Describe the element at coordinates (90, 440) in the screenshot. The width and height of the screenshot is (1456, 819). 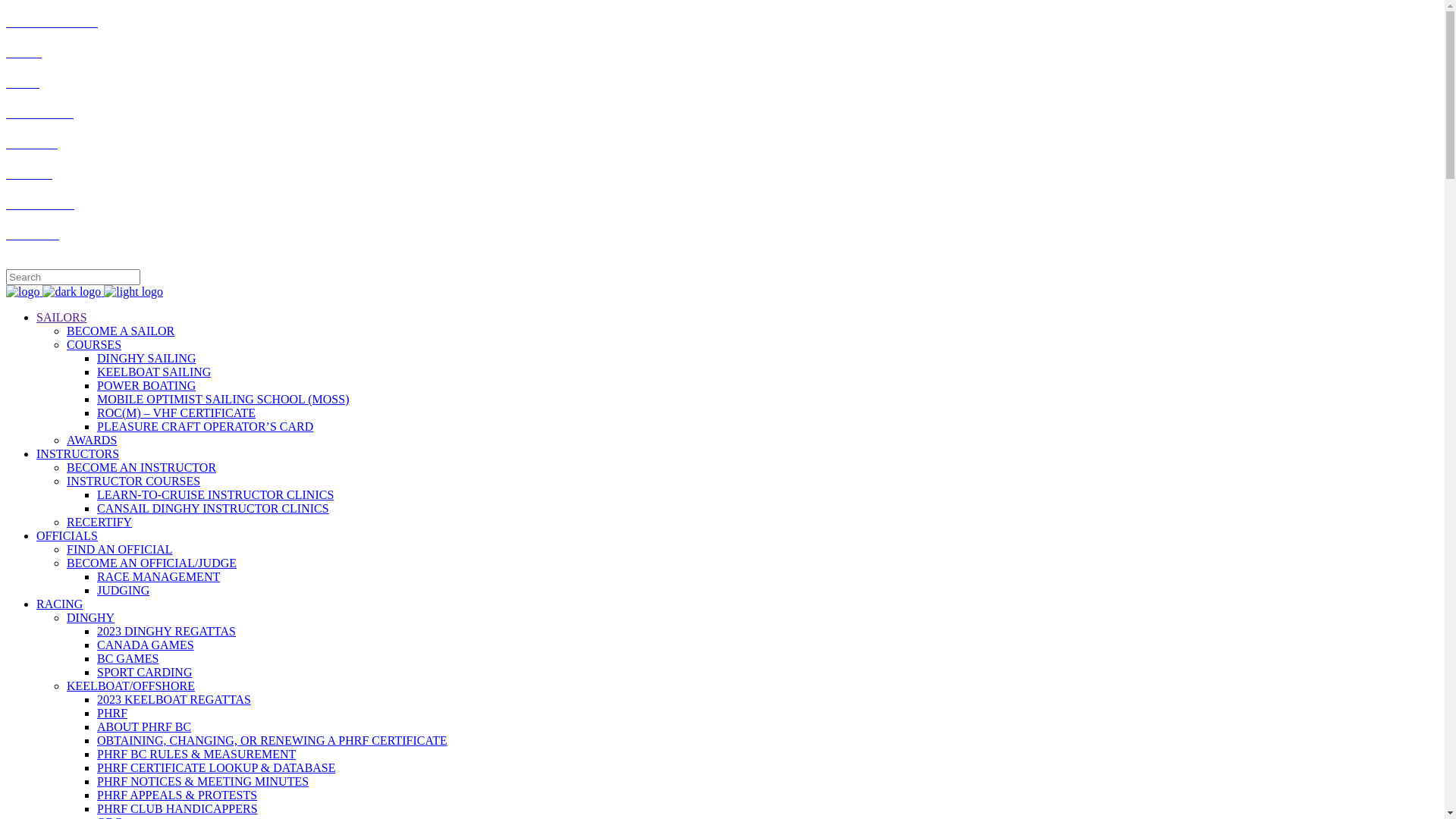
I see `'AWARDS'` at that location.